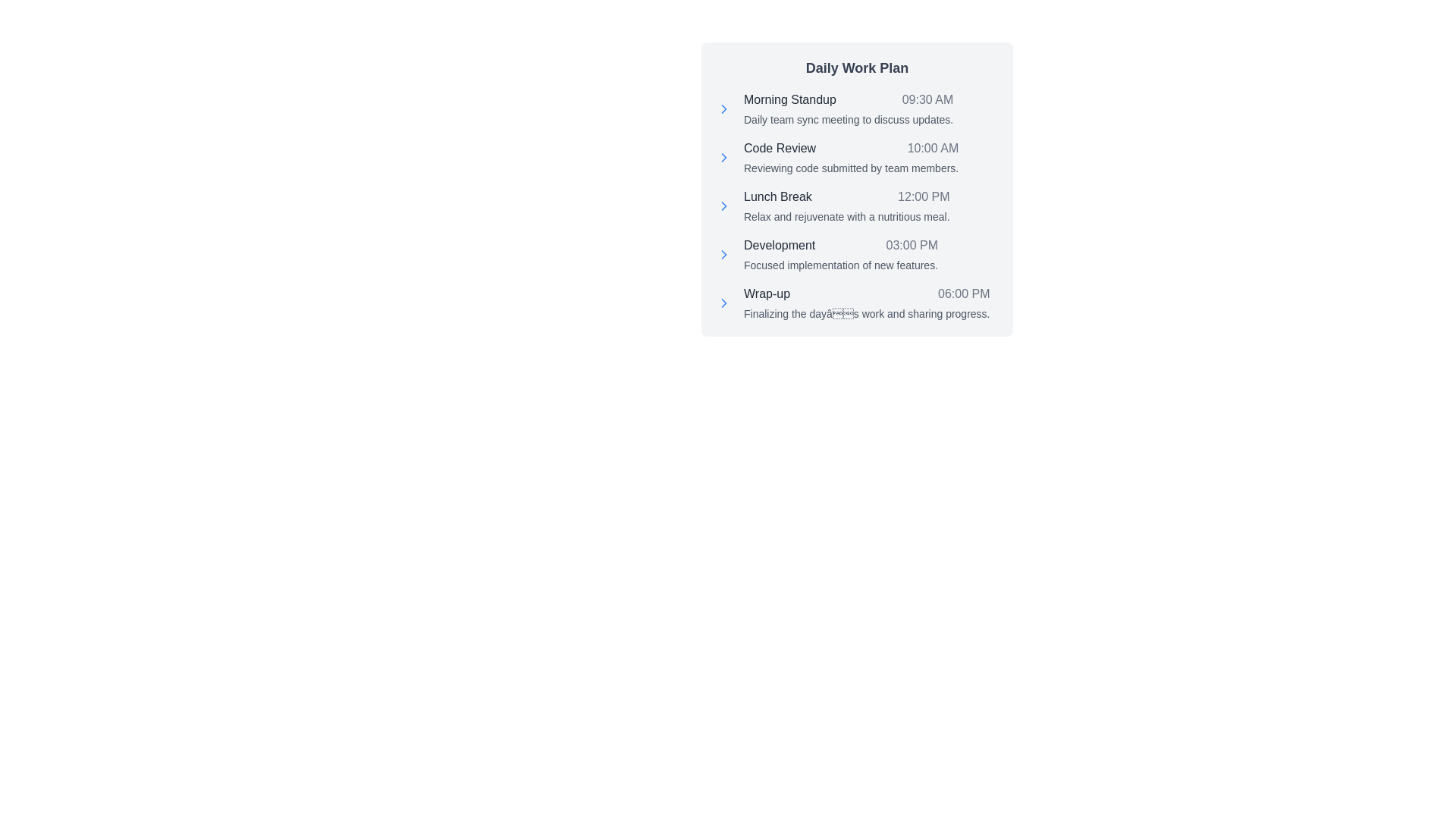 The height and width of the screenshot is (819, 1456). What do you see at coordinates (857, 206) in the screenshot?
I see `title and description from the third text block in the vertical list under 'Daily Work Plan', which indicates a scheduled break during the day` at bounding box center [857, 206].